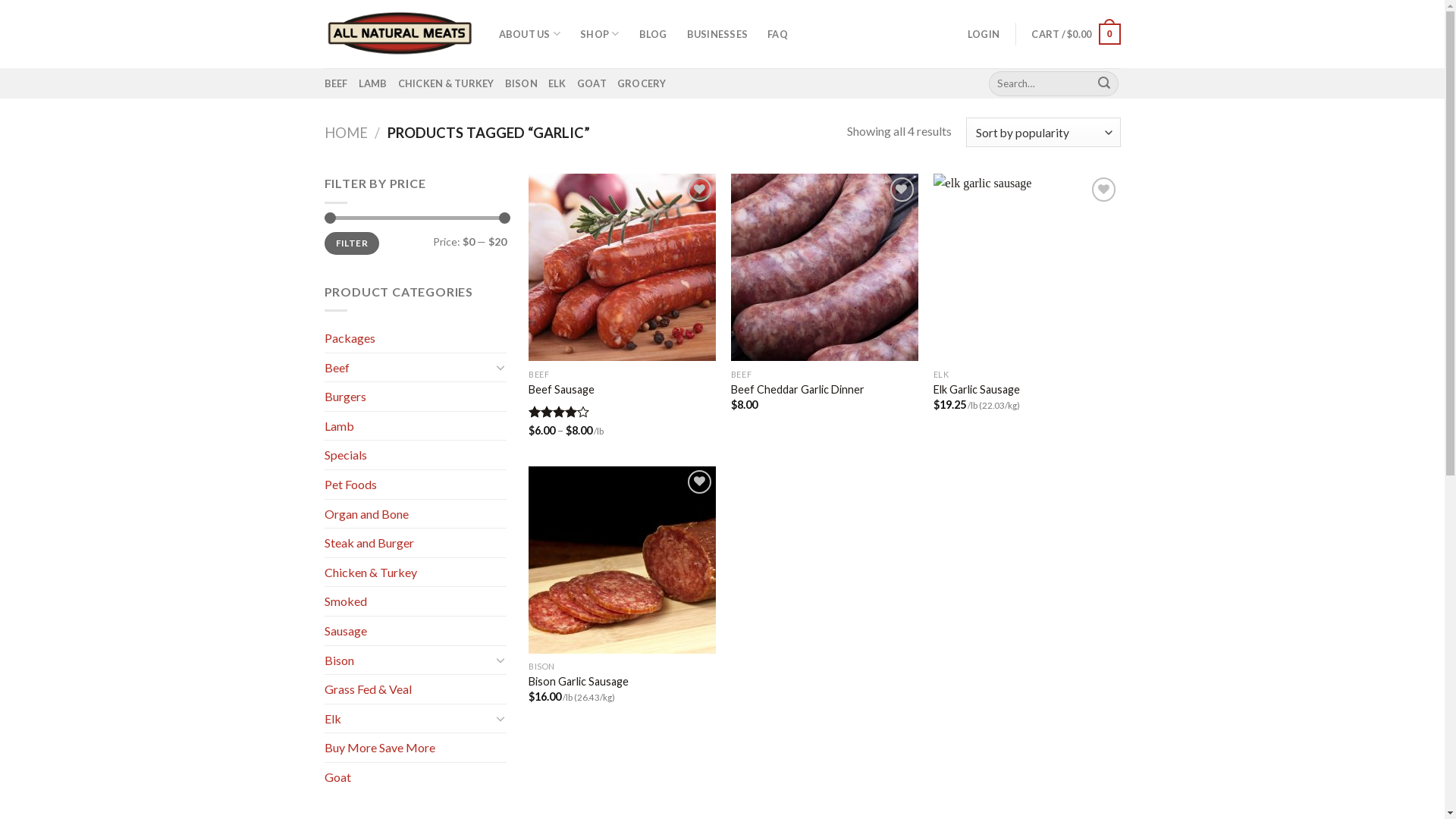 This screenshot has height=819, width=1456. What do you see at coordinates (530, 34) in the screenshot?
I see `'ABOUT US'` at bounding box center [530, 34].